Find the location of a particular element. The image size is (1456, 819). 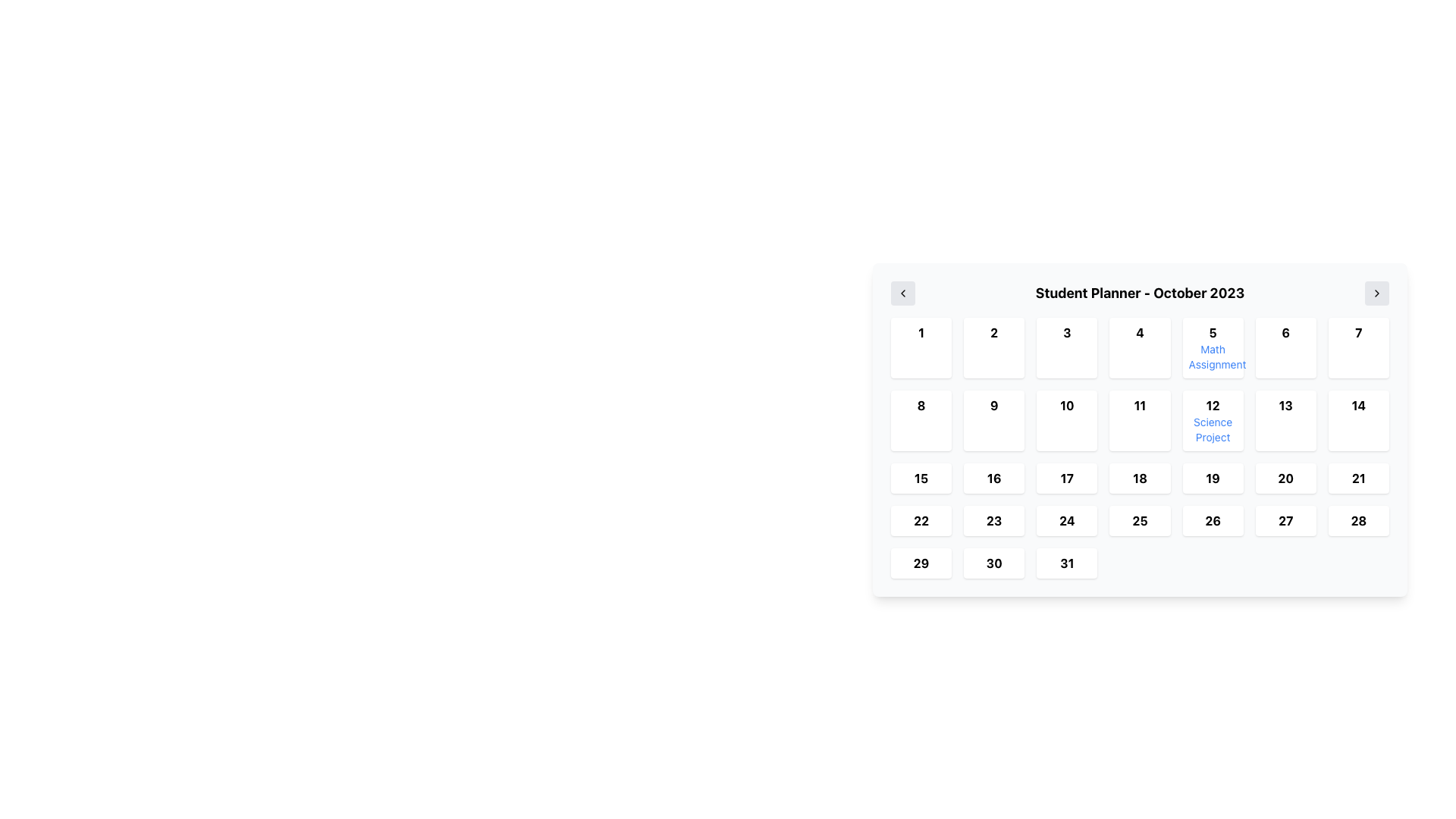

the static text display representing the day '23' in the calendar, located in the fourth row, second column of the 'Student Planner - October 2023' interface is located at coordinates (994, 519).